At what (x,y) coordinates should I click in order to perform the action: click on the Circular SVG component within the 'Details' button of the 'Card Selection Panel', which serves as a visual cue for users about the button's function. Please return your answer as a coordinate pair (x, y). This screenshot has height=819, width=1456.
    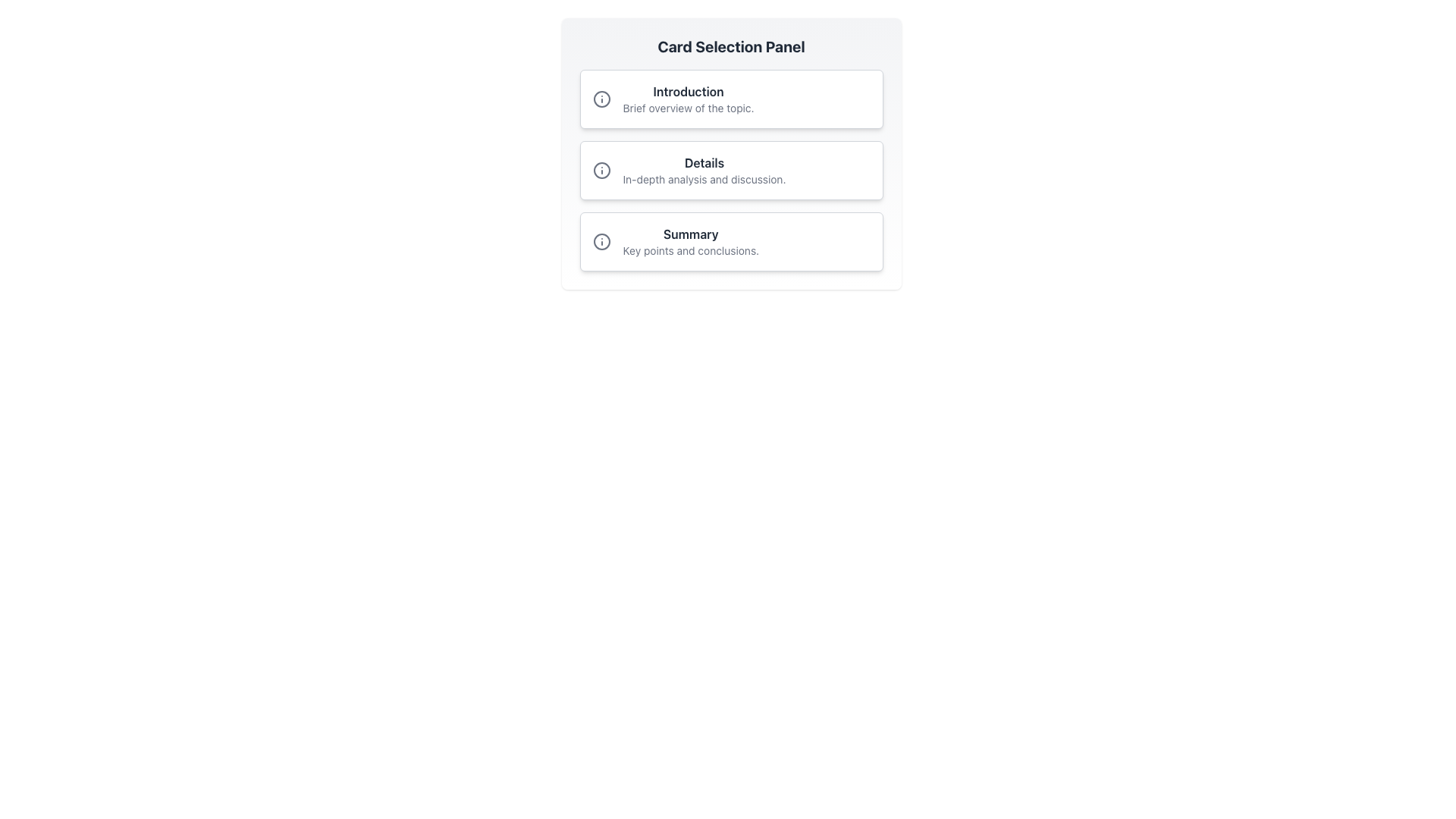
    Looking at the image, I should click on (601, 170).